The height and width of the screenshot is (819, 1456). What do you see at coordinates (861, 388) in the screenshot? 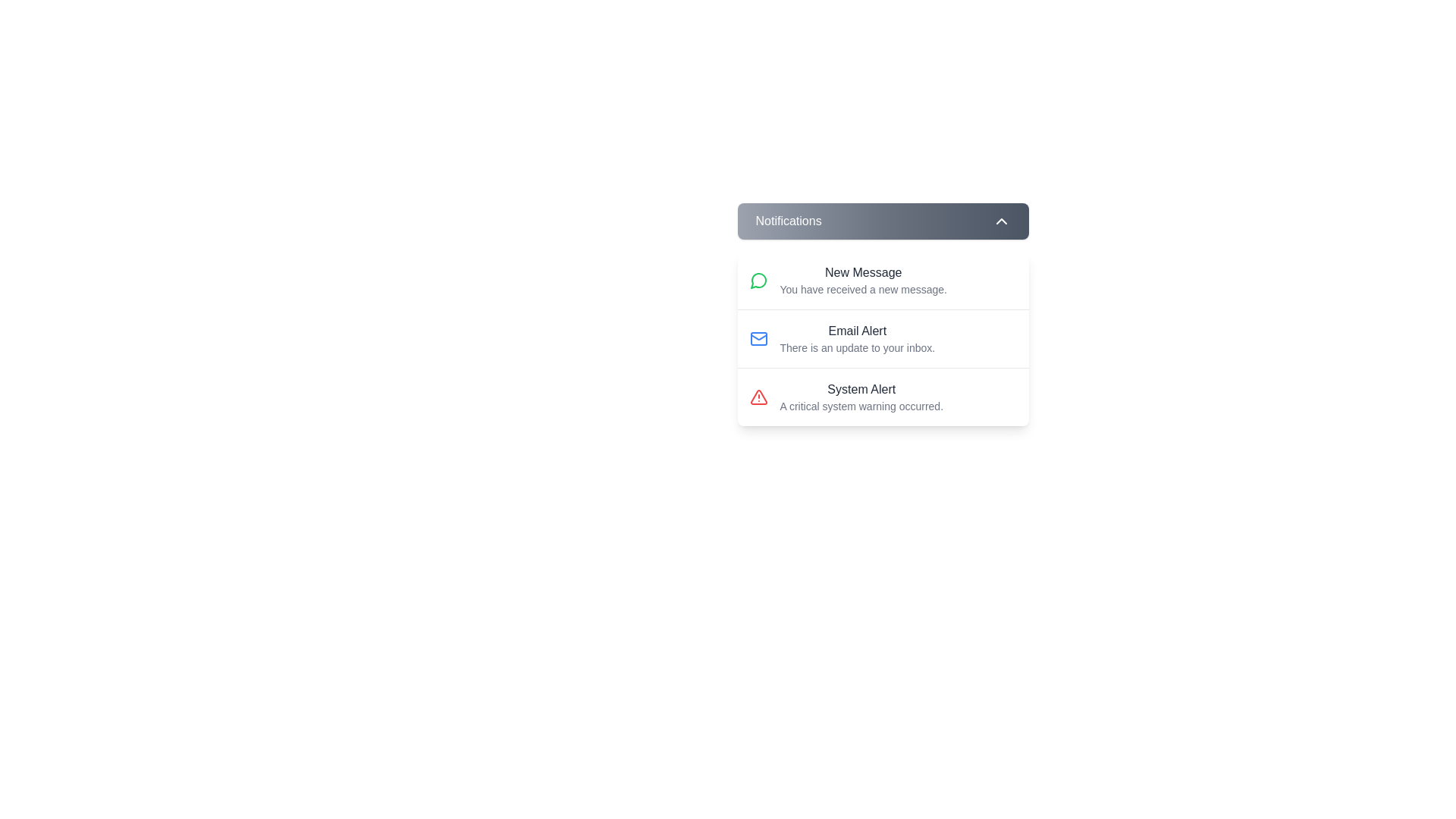
I see `the primary header Label of the notification card located at the bottom of the notification dropdown, which indicates the type or category of the notification` at bounding box center [861, 388].